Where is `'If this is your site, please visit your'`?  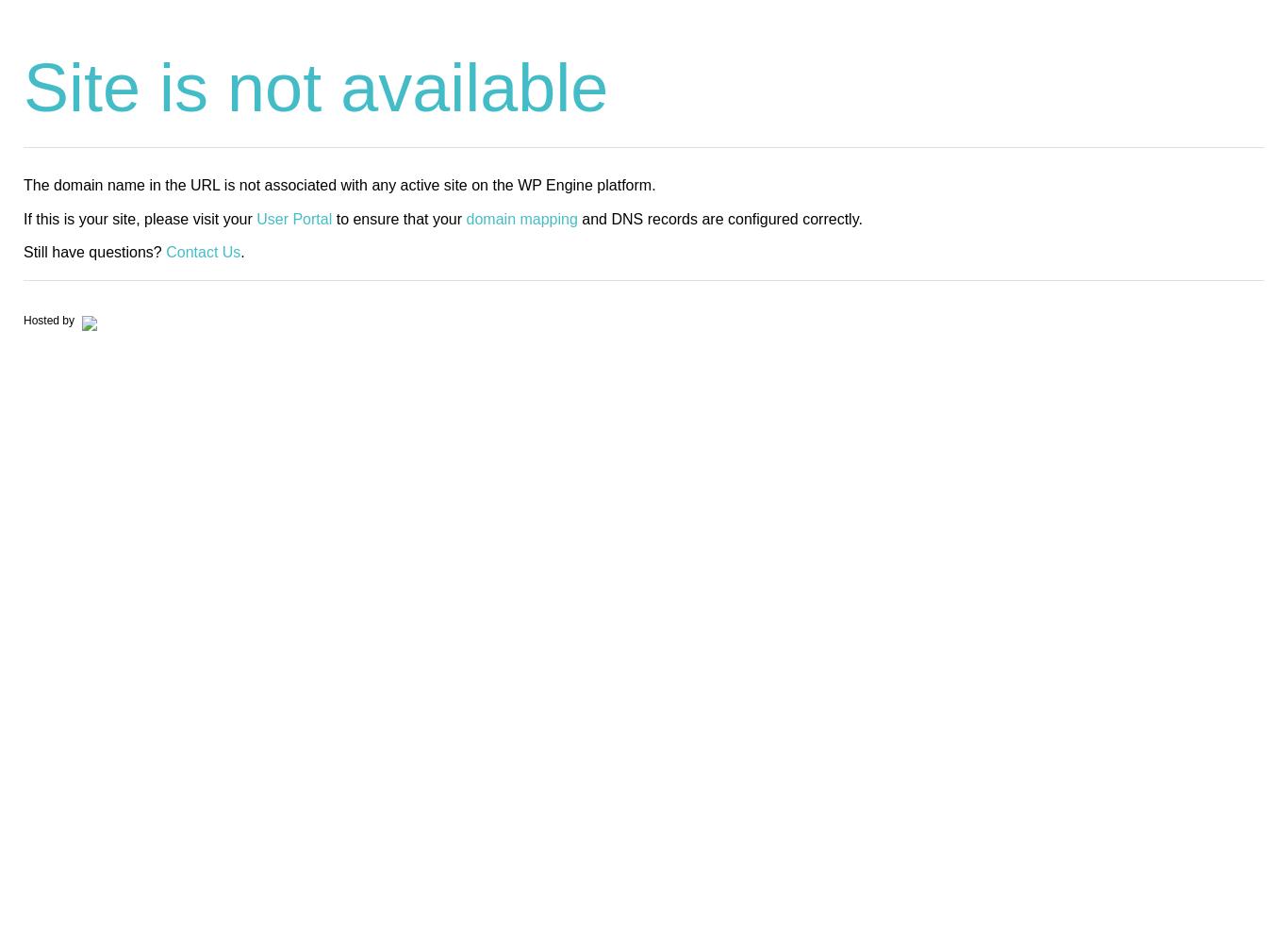
'If this is your site, please visit your' is located at coordinates (139, 217).